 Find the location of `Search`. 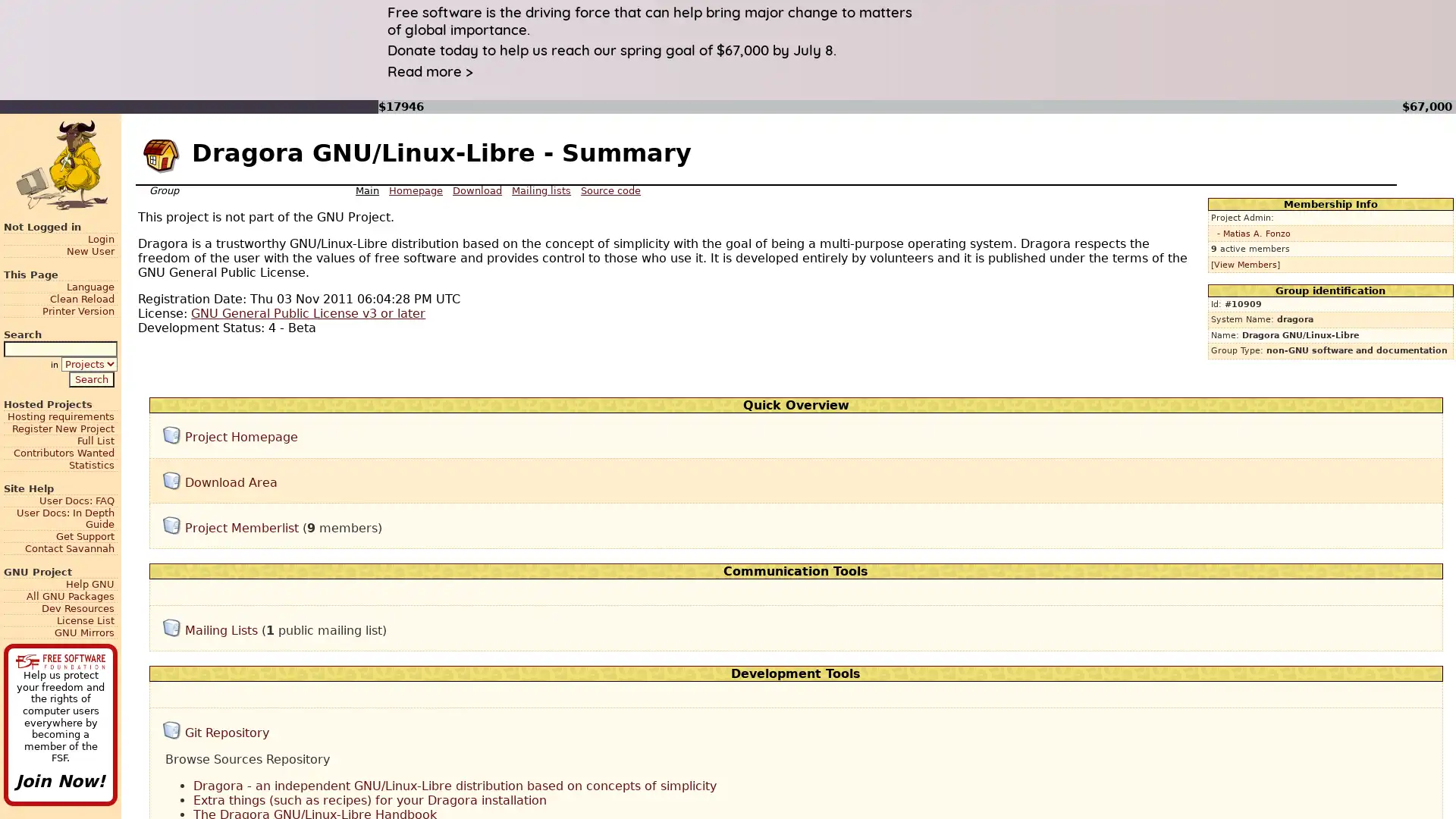

Search is located at coordinates (90, 378).